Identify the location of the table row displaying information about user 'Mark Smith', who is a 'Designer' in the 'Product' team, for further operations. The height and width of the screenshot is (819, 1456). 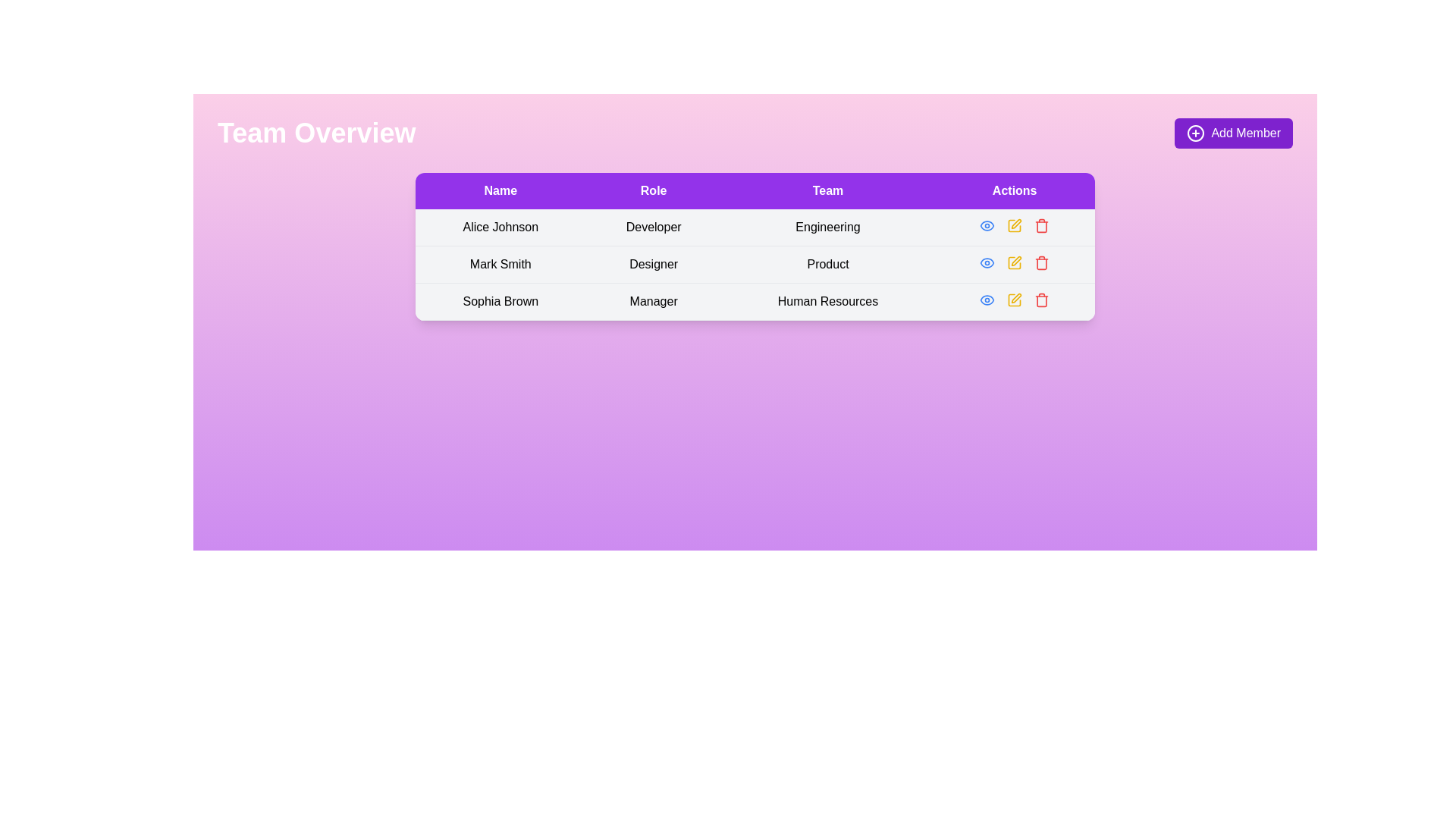
(755, 263).